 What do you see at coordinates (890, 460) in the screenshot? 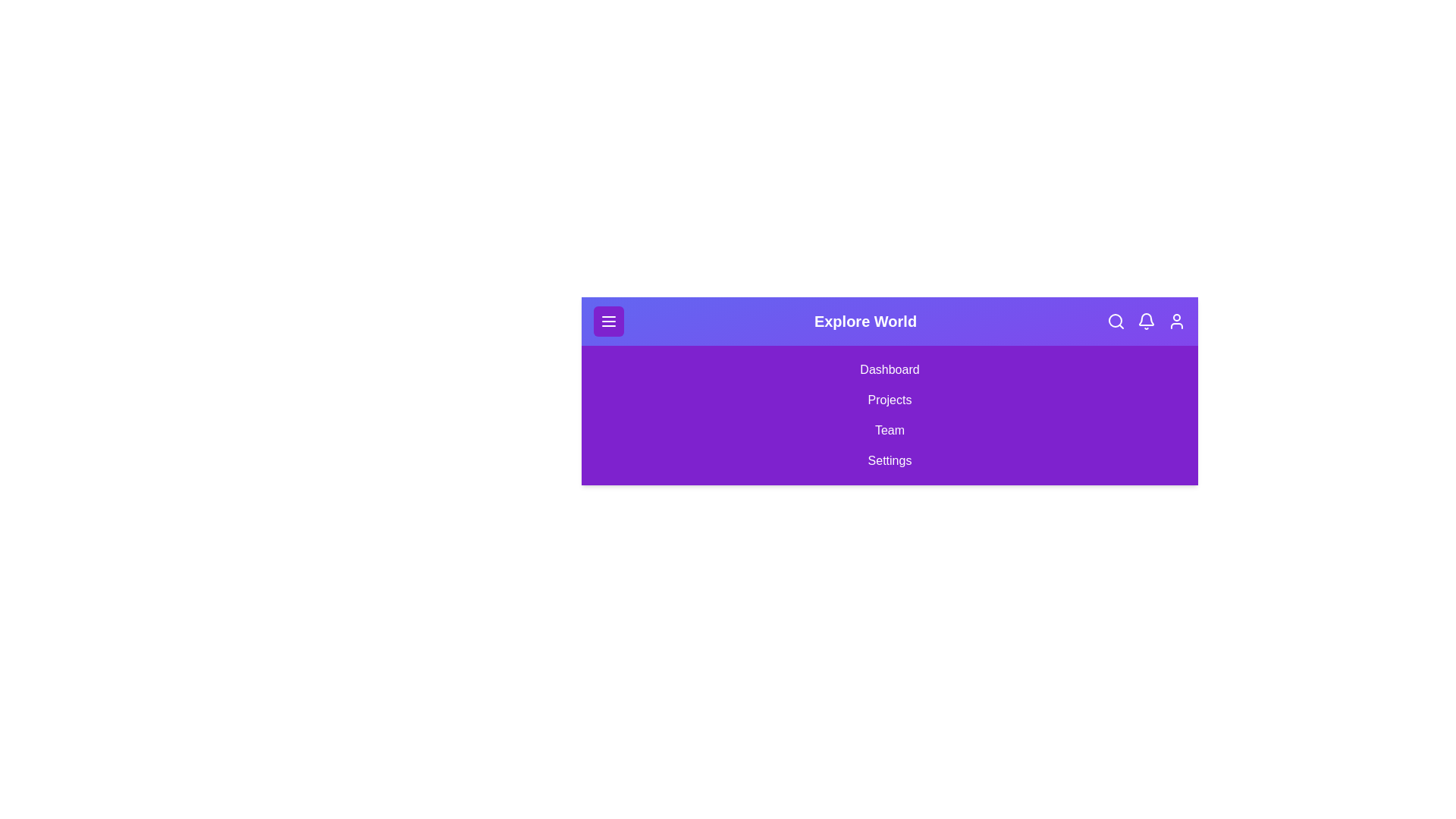
I see `the 'Settings' text in the menu` at bounding box center [890, 460].